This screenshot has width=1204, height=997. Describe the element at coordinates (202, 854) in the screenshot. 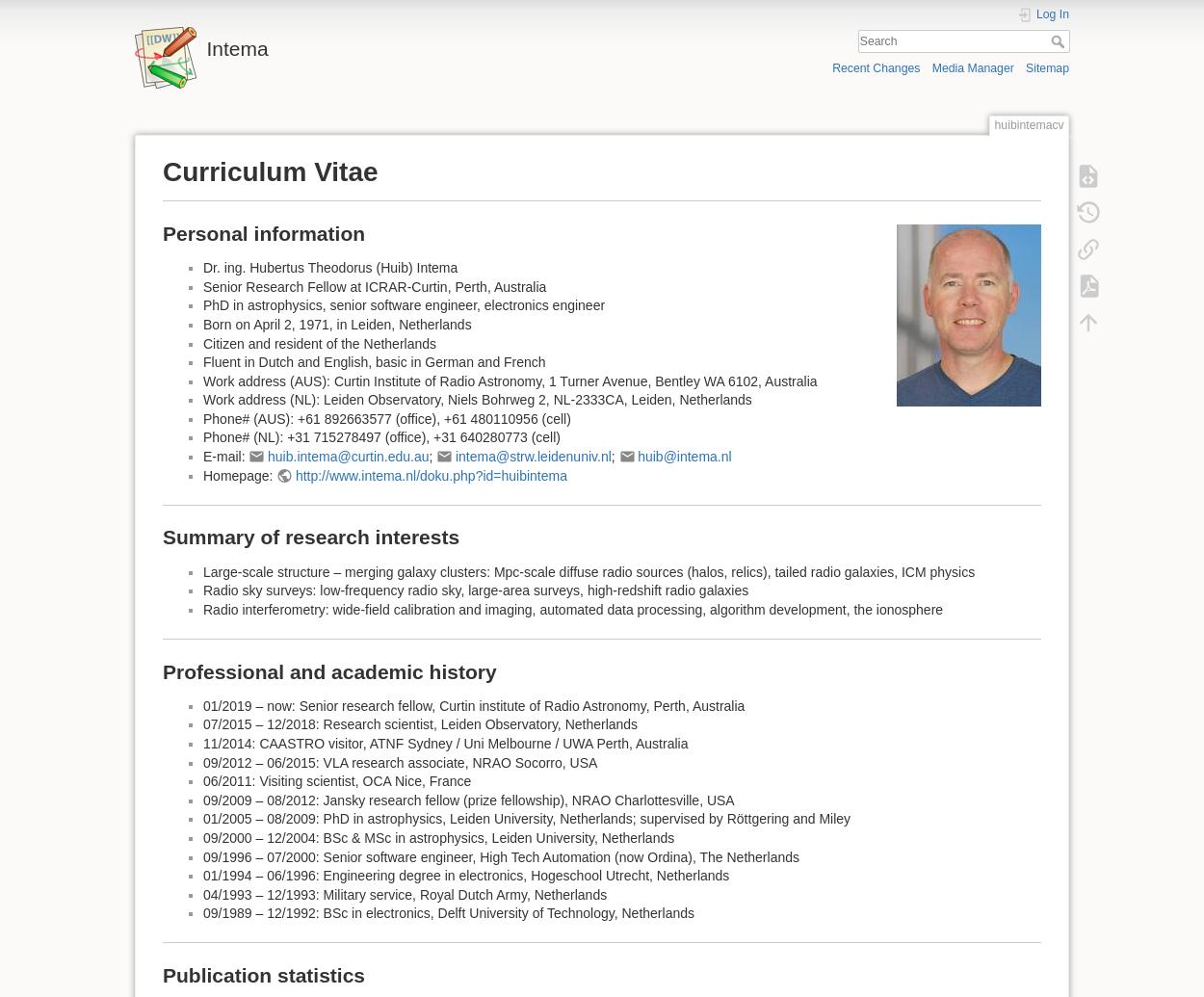

I see `'09/1996 – 07/2000: Senior software engineer, High Tech Automation (now Ordina), The Netherlands'` at that location.